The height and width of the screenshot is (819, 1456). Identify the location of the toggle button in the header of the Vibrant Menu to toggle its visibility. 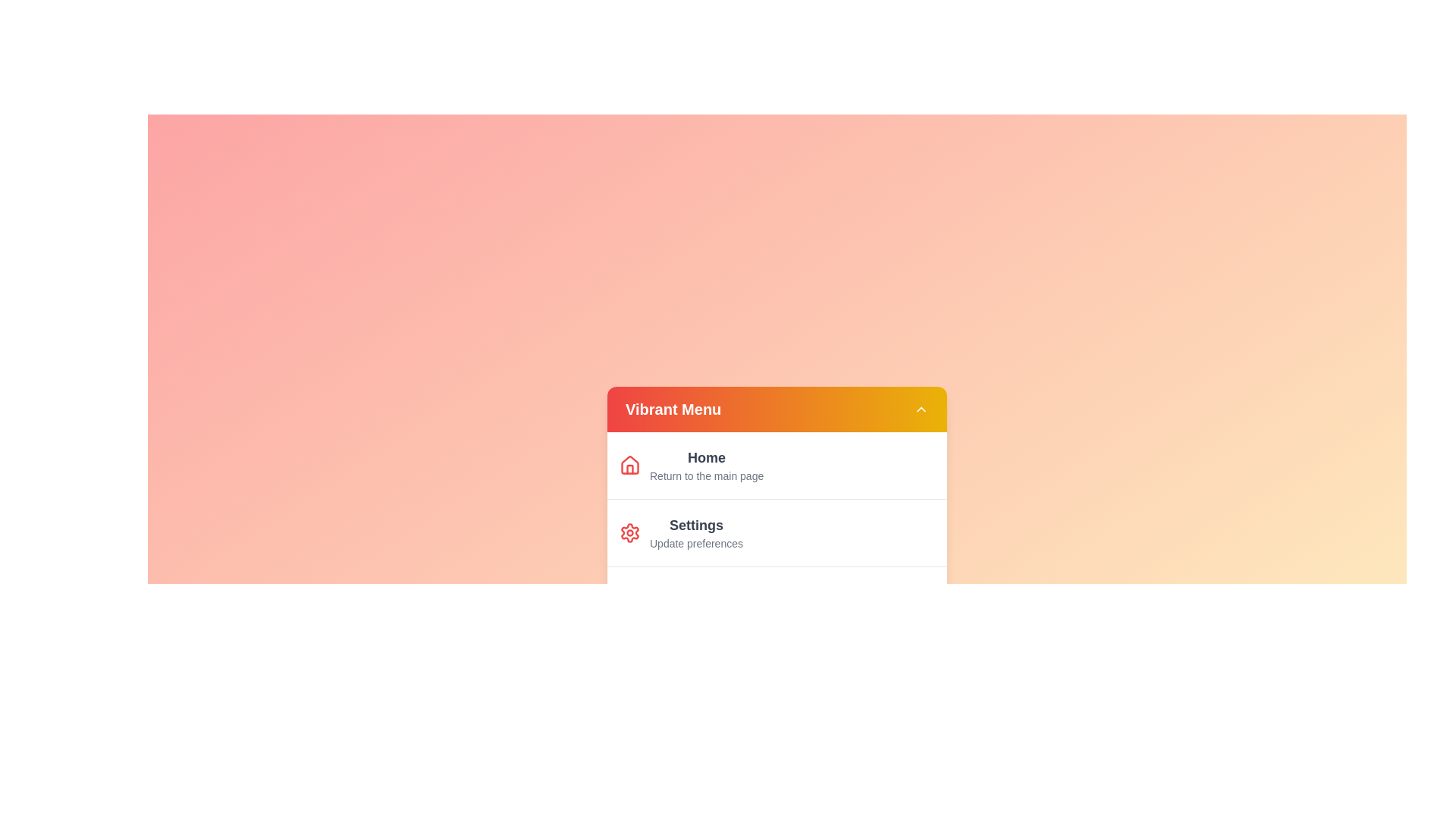
(920, 409).